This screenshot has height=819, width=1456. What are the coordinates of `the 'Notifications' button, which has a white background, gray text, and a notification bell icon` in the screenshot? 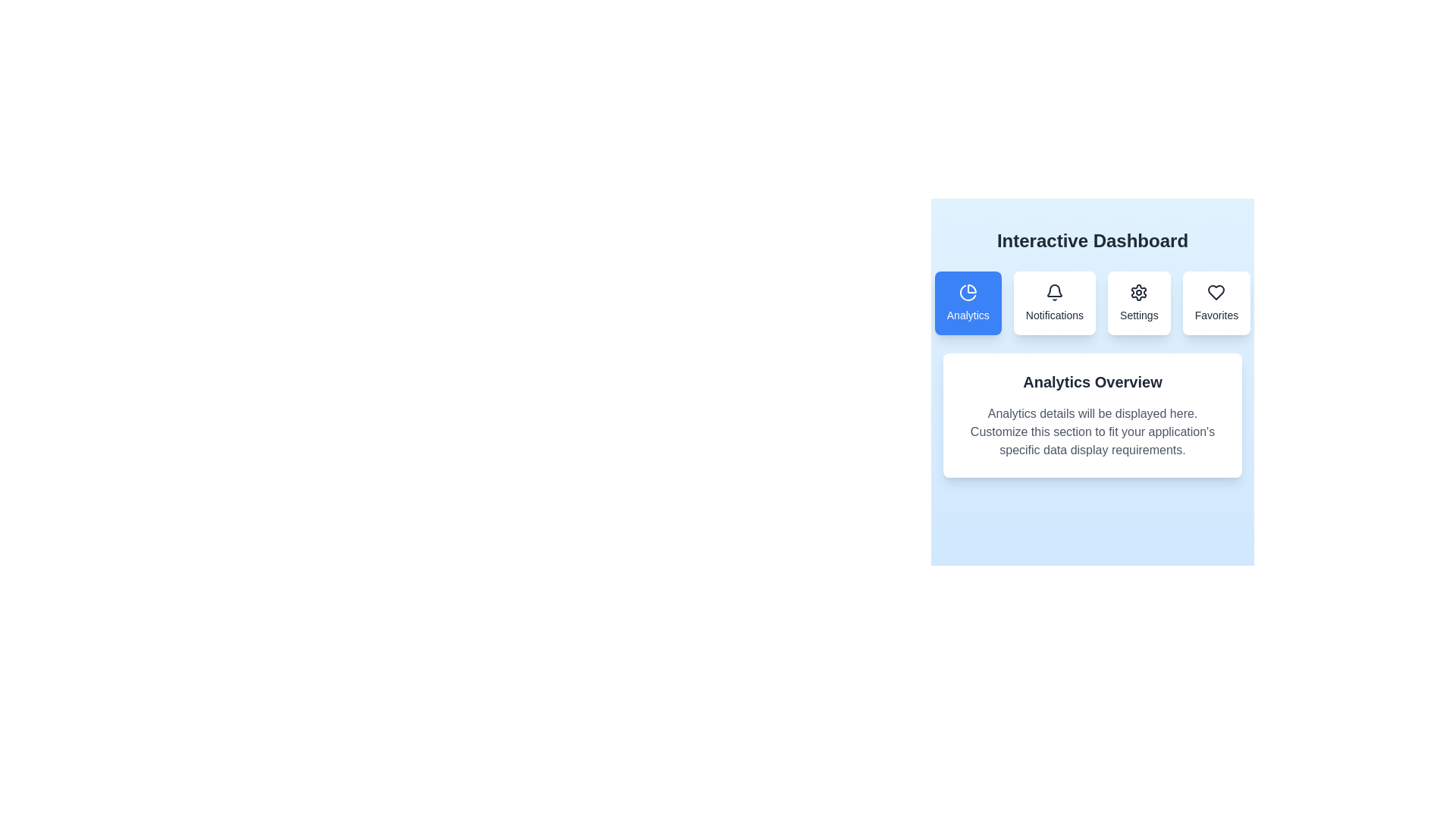 It's located at (1053, 303).